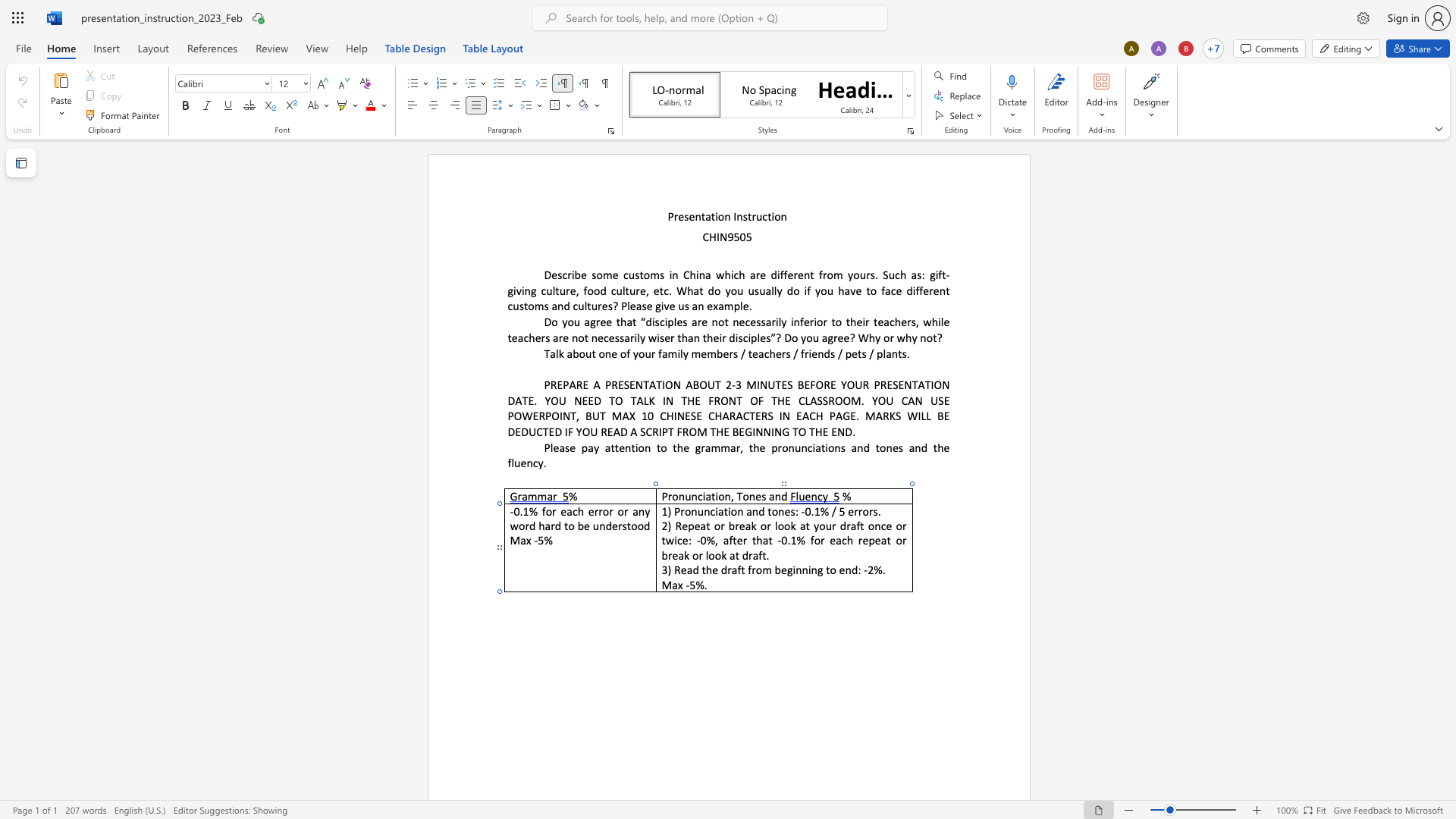 Image resolution: width=1456 pixels, height=819 pixels. Describe the element at coordinates (780, 570) in the screenshot. I see `the space between the continuous character "b" and "e" in the text` at that location.